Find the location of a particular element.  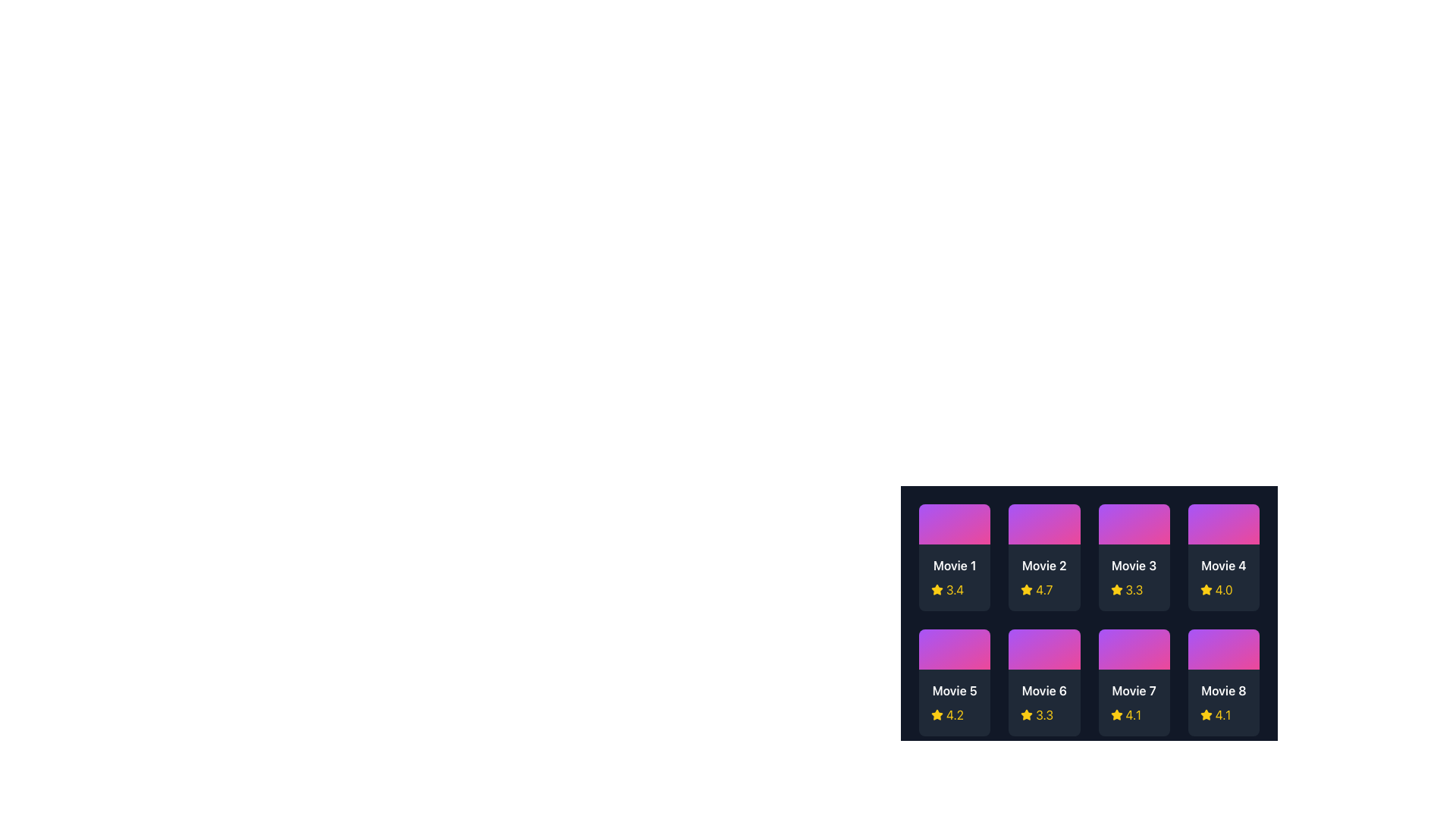

the static text label displaying the rating '4.7', which is yellow and styled with a medium-sized font, located next to the star icon for the second movie in the grid layout is located at coordinates (1043, 589).